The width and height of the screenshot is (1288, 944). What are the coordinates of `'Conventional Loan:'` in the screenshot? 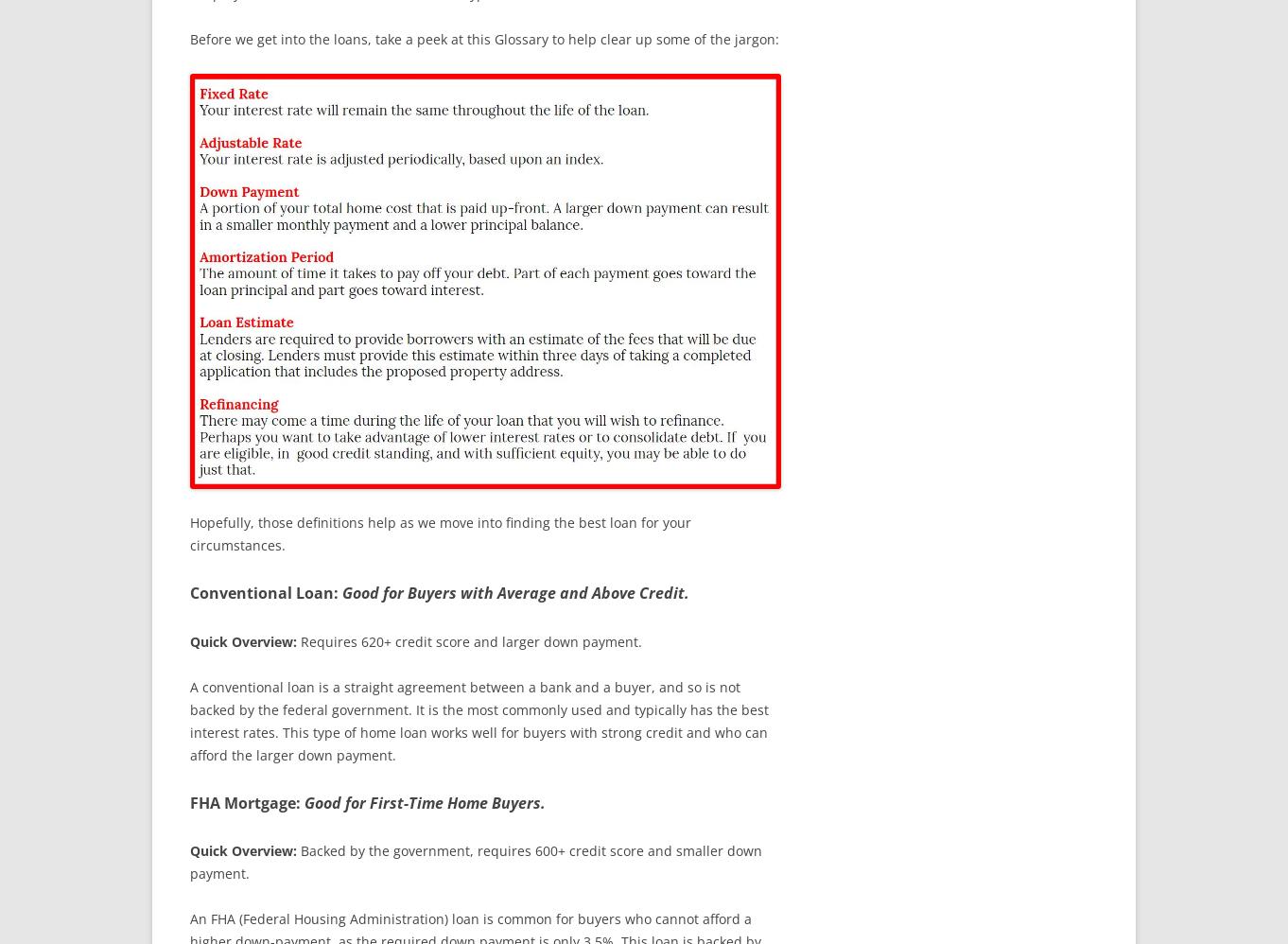 It's located at (266, 593).